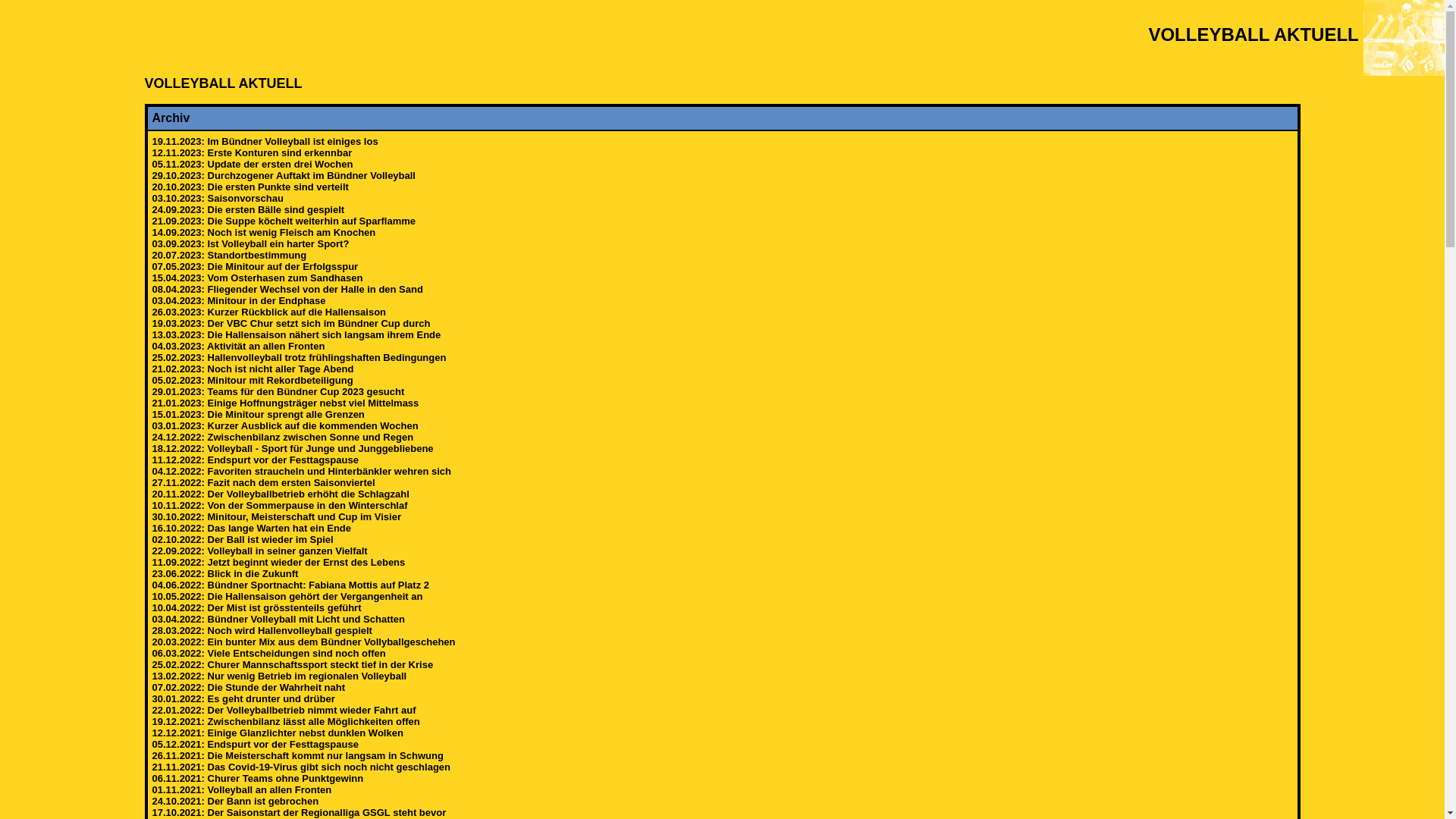 This screenshot has width=1456, height=819. I want to click on '07.02.2022: Die Stunde der Wahrheit naht', so click(248, 687).